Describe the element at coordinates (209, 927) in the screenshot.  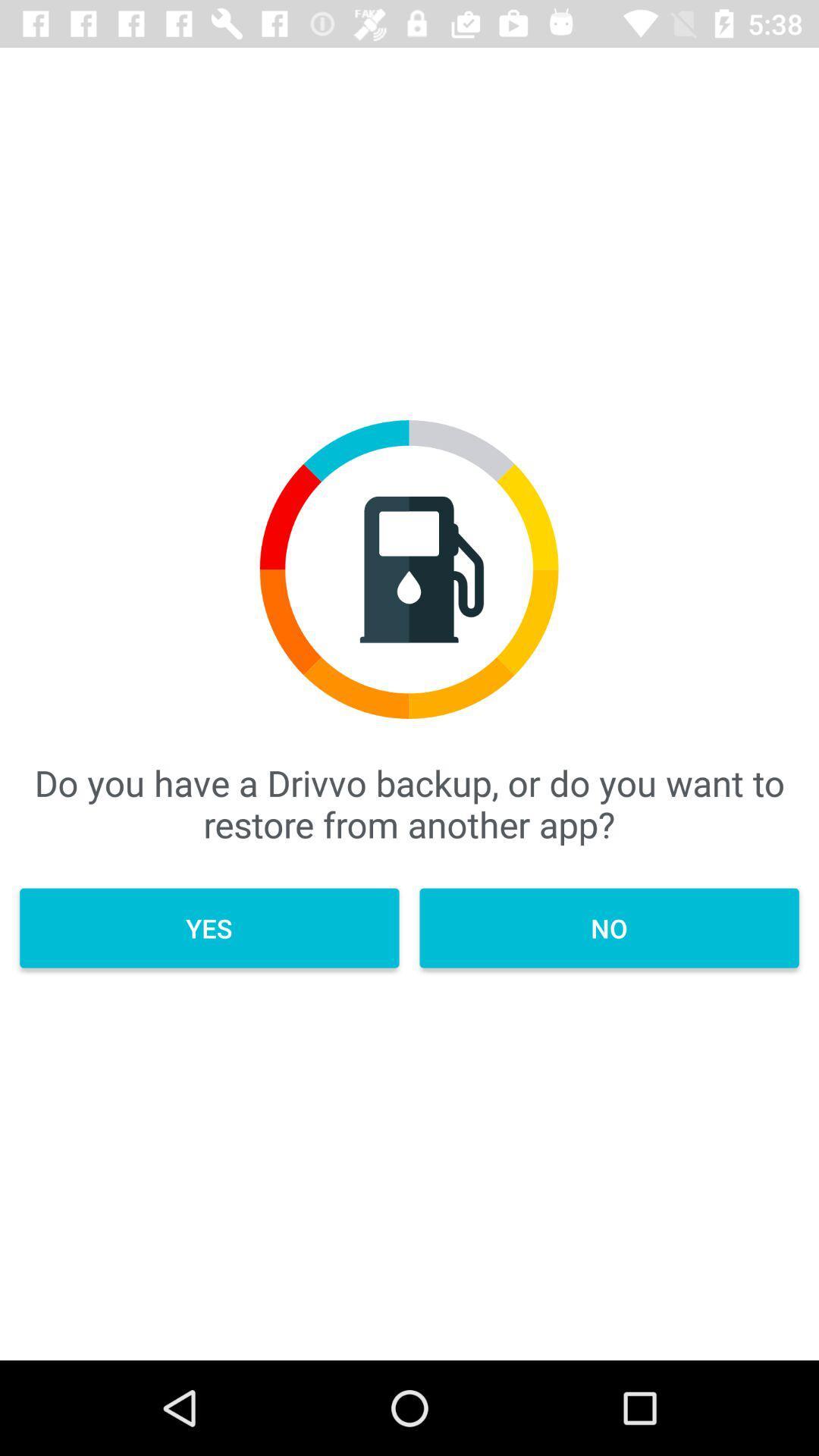
I see `yes item` at that location.